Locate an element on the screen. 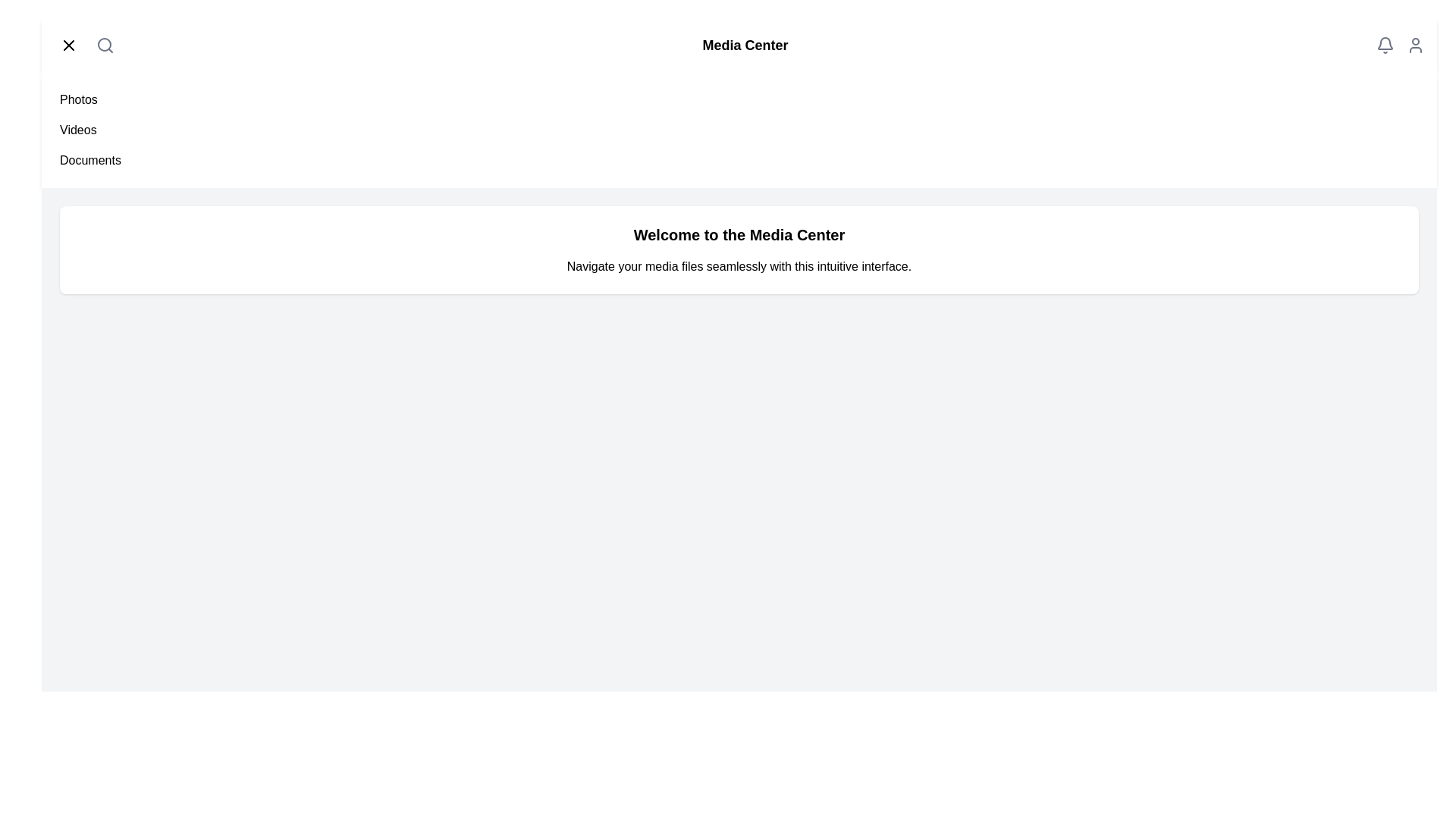 The height and width of the screenshot is (819, 1456). the menu item Photos from the side menu is located at coordinates (77, 99).